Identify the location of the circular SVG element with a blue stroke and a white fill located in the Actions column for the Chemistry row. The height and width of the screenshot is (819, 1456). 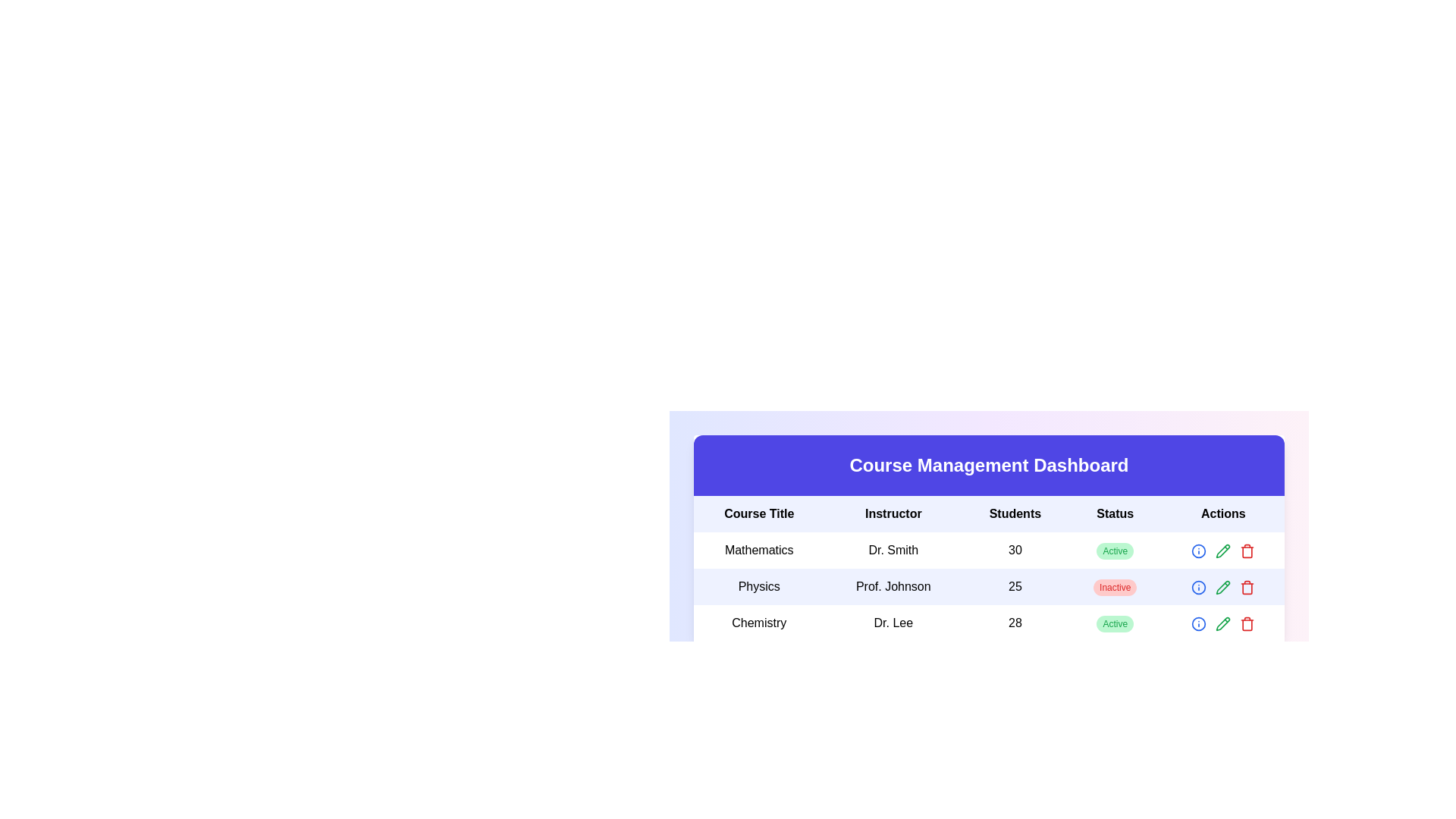
(1198, 623).